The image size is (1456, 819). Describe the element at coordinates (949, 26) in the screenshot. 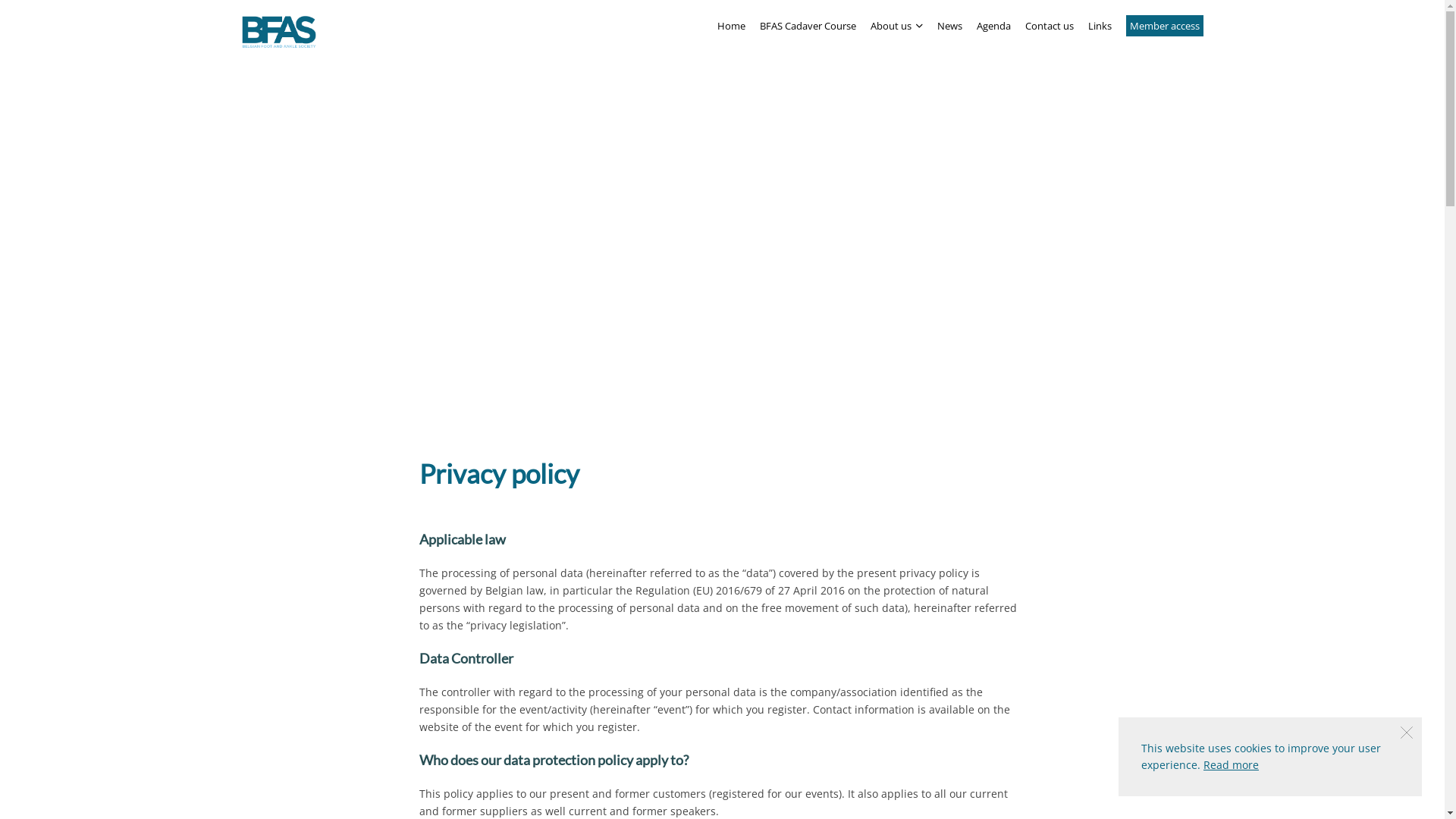

I see `'News'` at that location.